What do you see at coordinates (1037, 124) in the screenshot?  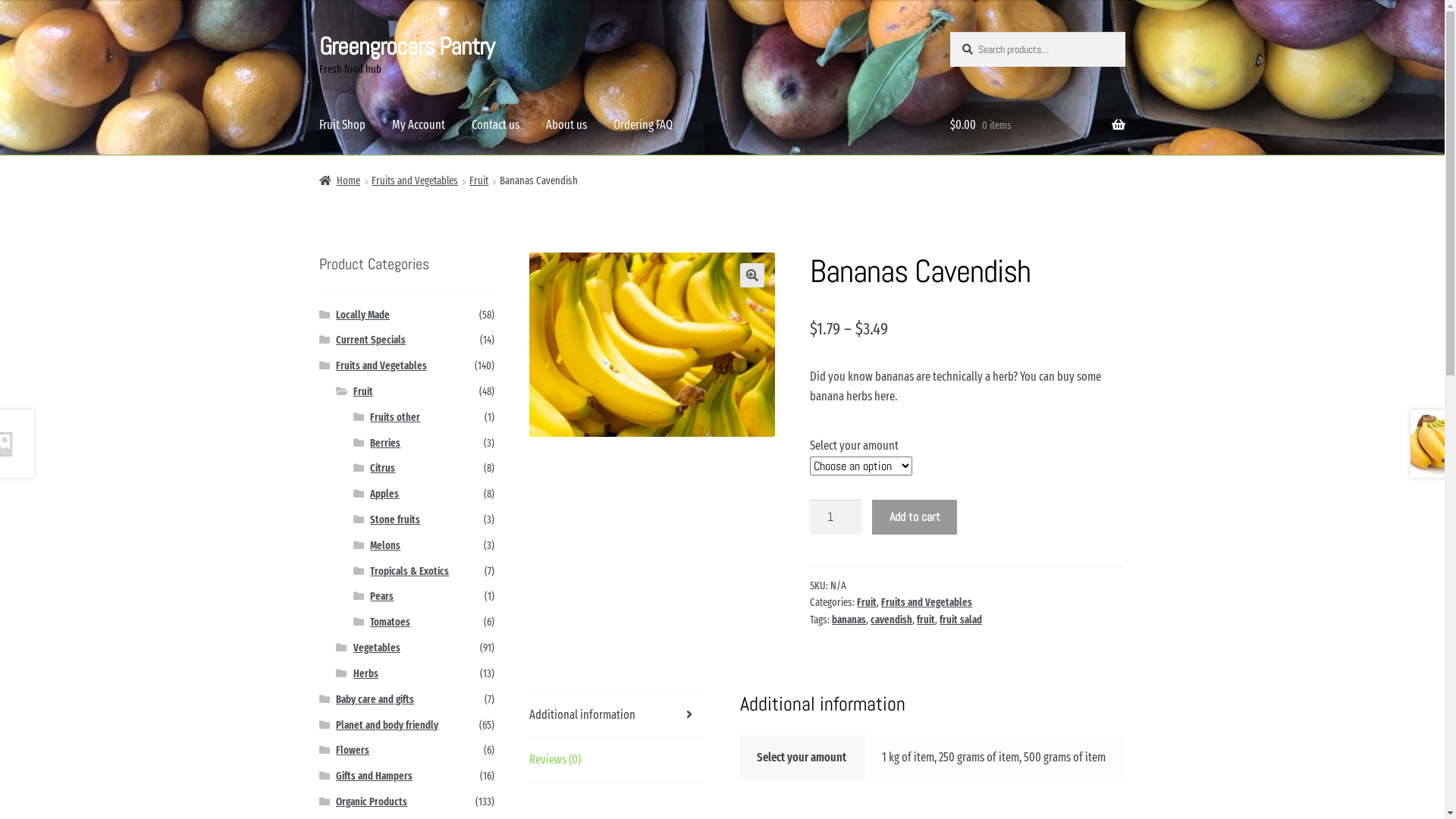 I see `'$0.00 0 items'` at bounding box center [1037, 124].